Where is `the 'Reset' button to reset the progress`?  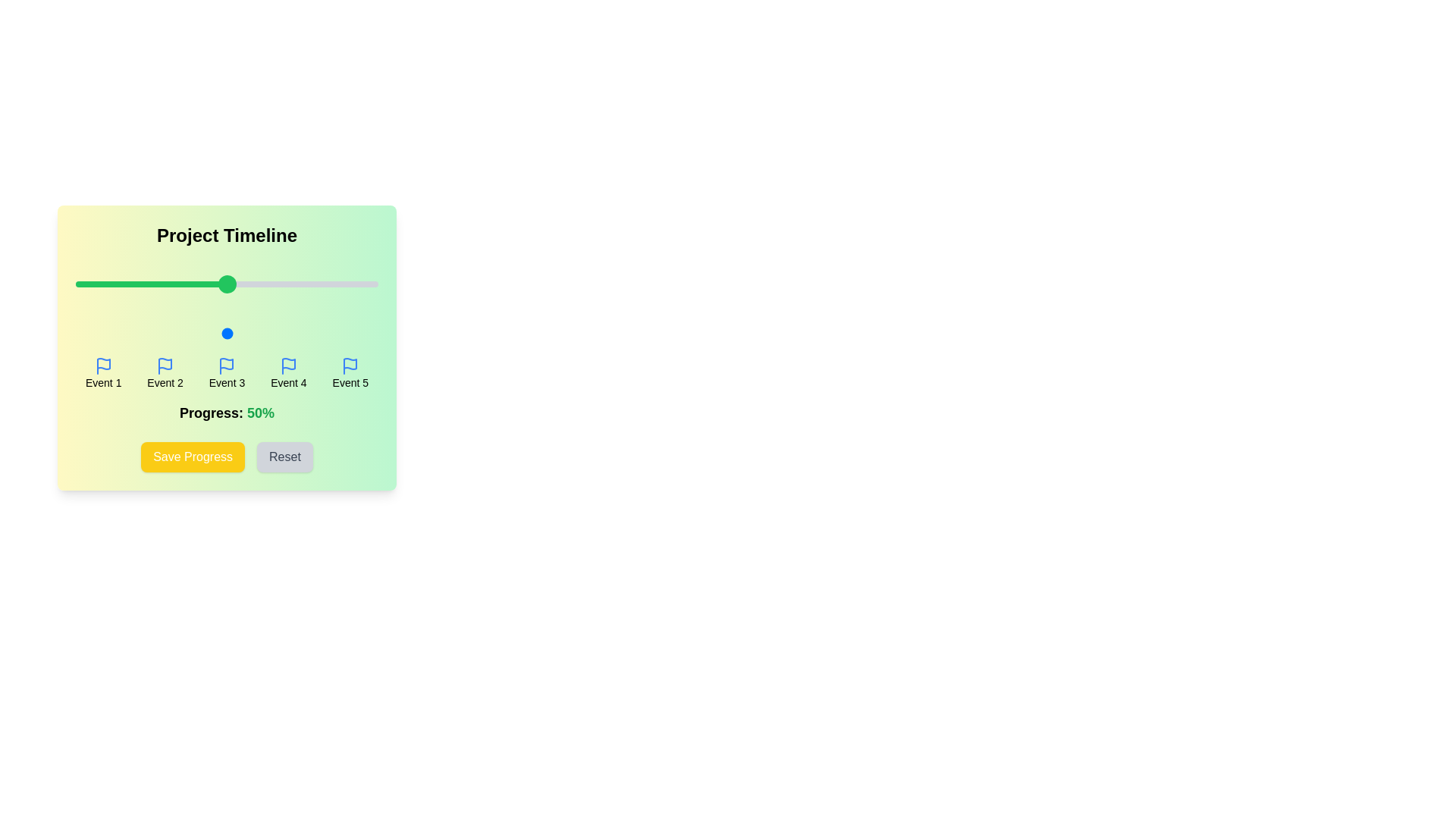
the 'Reset' button to reset the progress is located at coordinates (284, 456).